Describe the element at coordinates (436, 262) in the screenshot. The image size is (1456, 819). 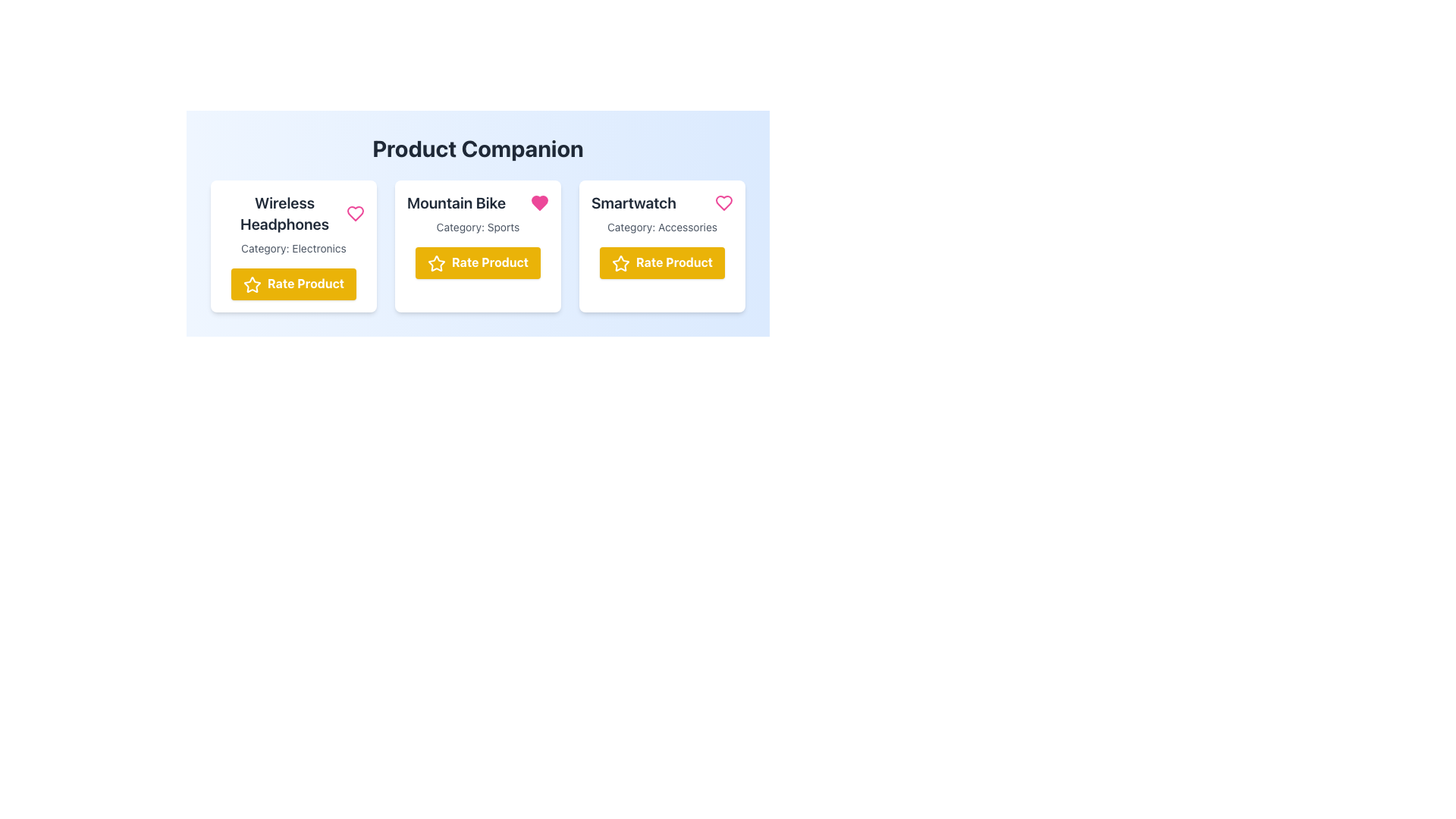
I see `the star icon within the 'Rate Product' button at the bottom of the 'Mountain Bike' card` at that location.